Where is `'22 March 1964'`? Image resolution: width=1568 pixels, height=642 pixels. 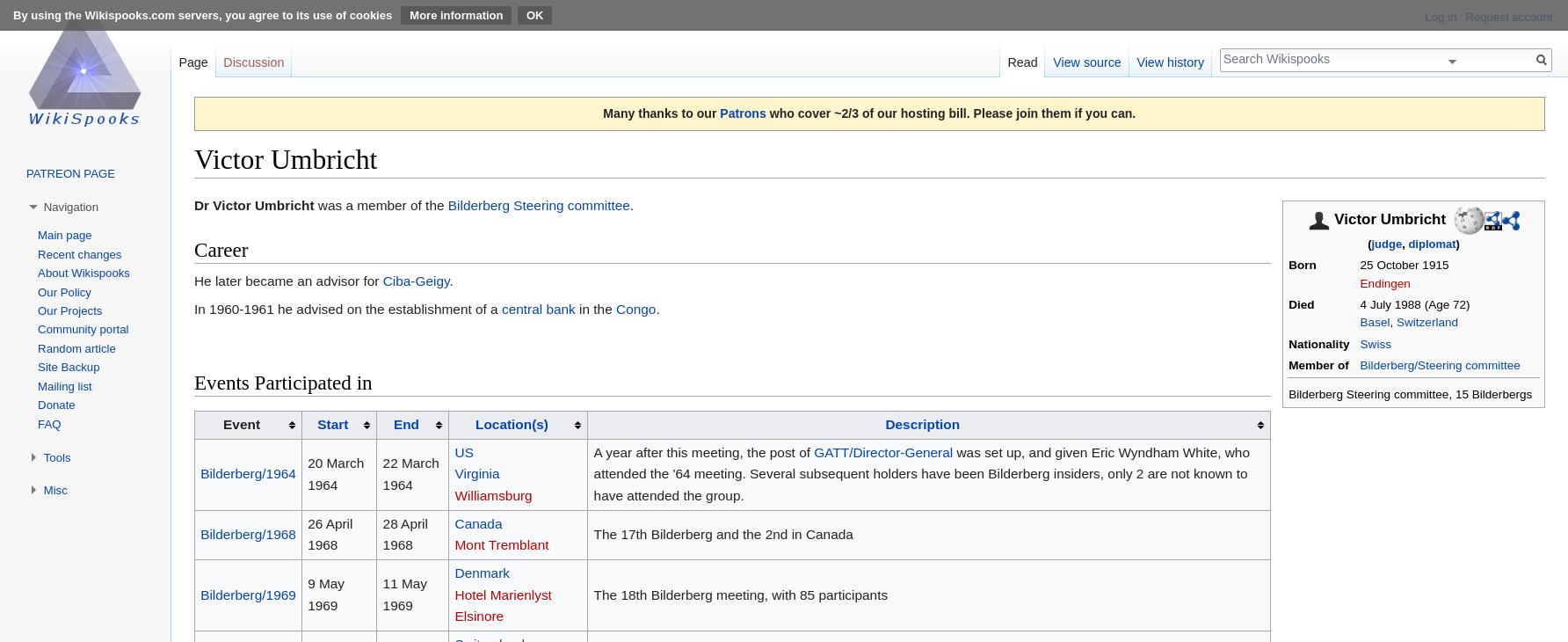
'22 March 1964' is located at coordinates (410, 472).